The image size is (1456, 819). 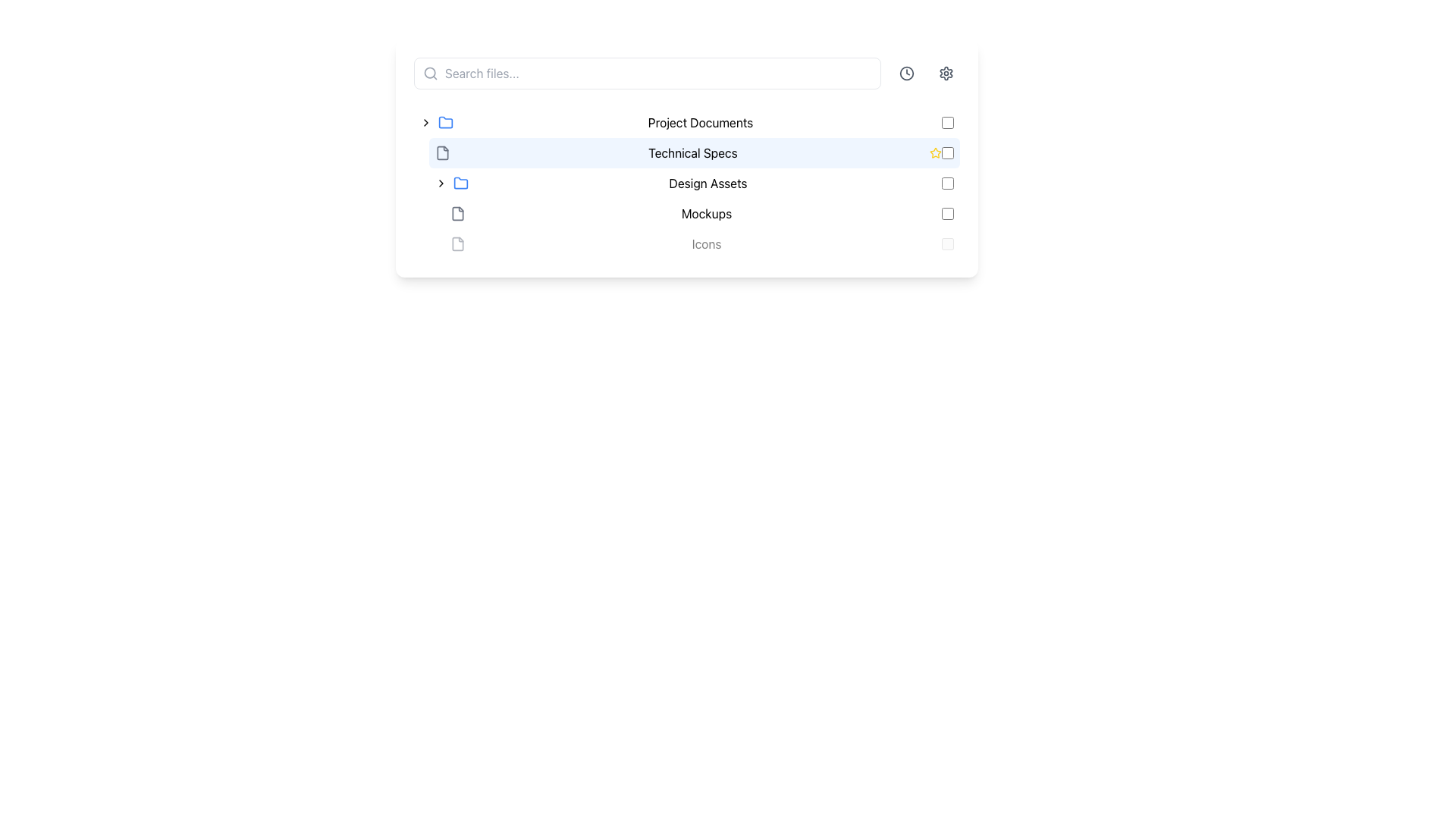 What do you see at coordinates (686, 213) in the screenshot?
I see `the 'Mockups' file or folder listed under the 'Design Assets' section` at bounding box center [686, 213].